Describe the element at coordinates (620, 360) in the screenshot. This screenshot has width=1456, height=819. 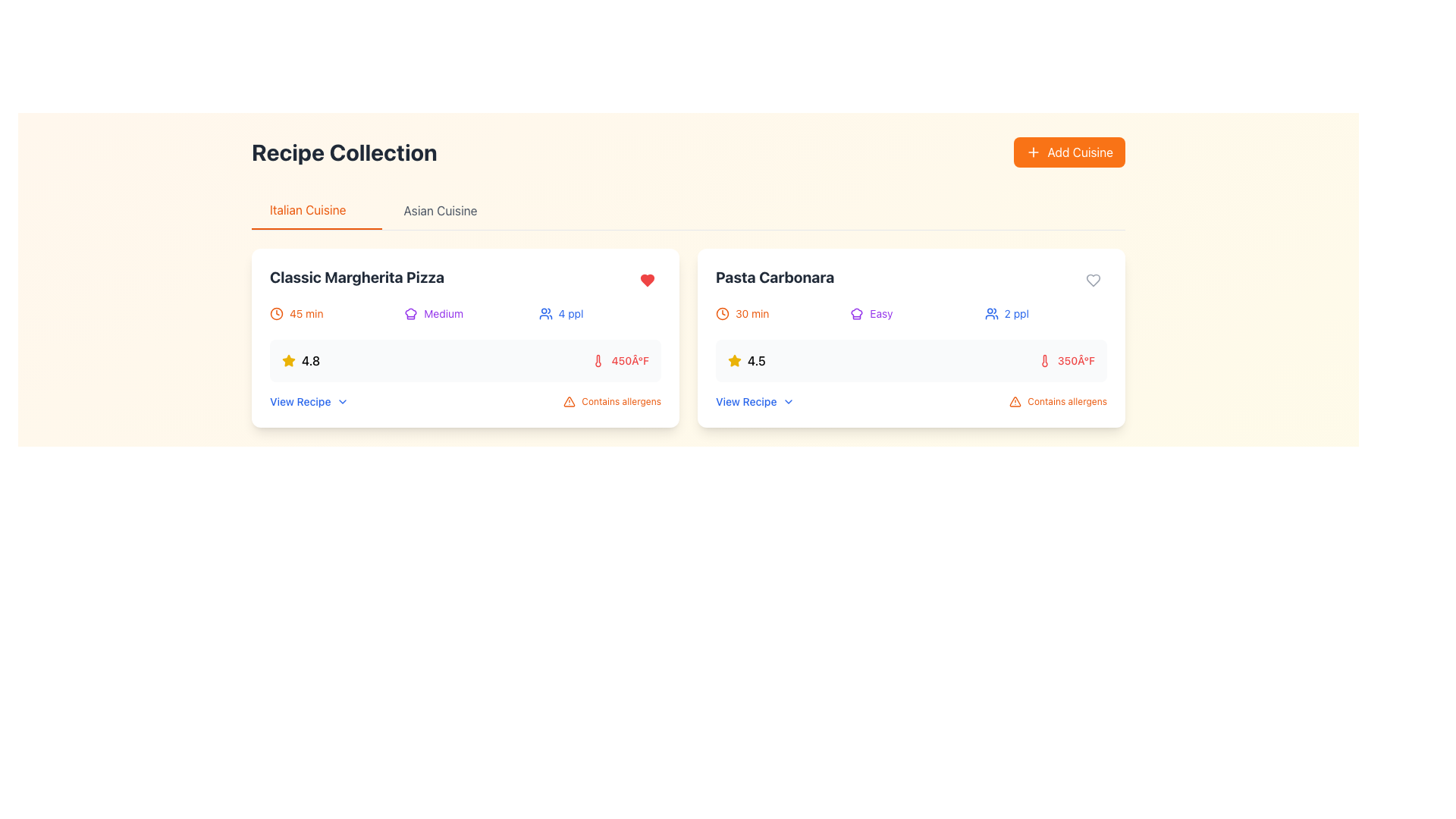
I see `the Temperature indicator displaying the temperature level for the 'Classic Margherita Pizza' recipe, located in the details section near the bottom-right corner` at that location.